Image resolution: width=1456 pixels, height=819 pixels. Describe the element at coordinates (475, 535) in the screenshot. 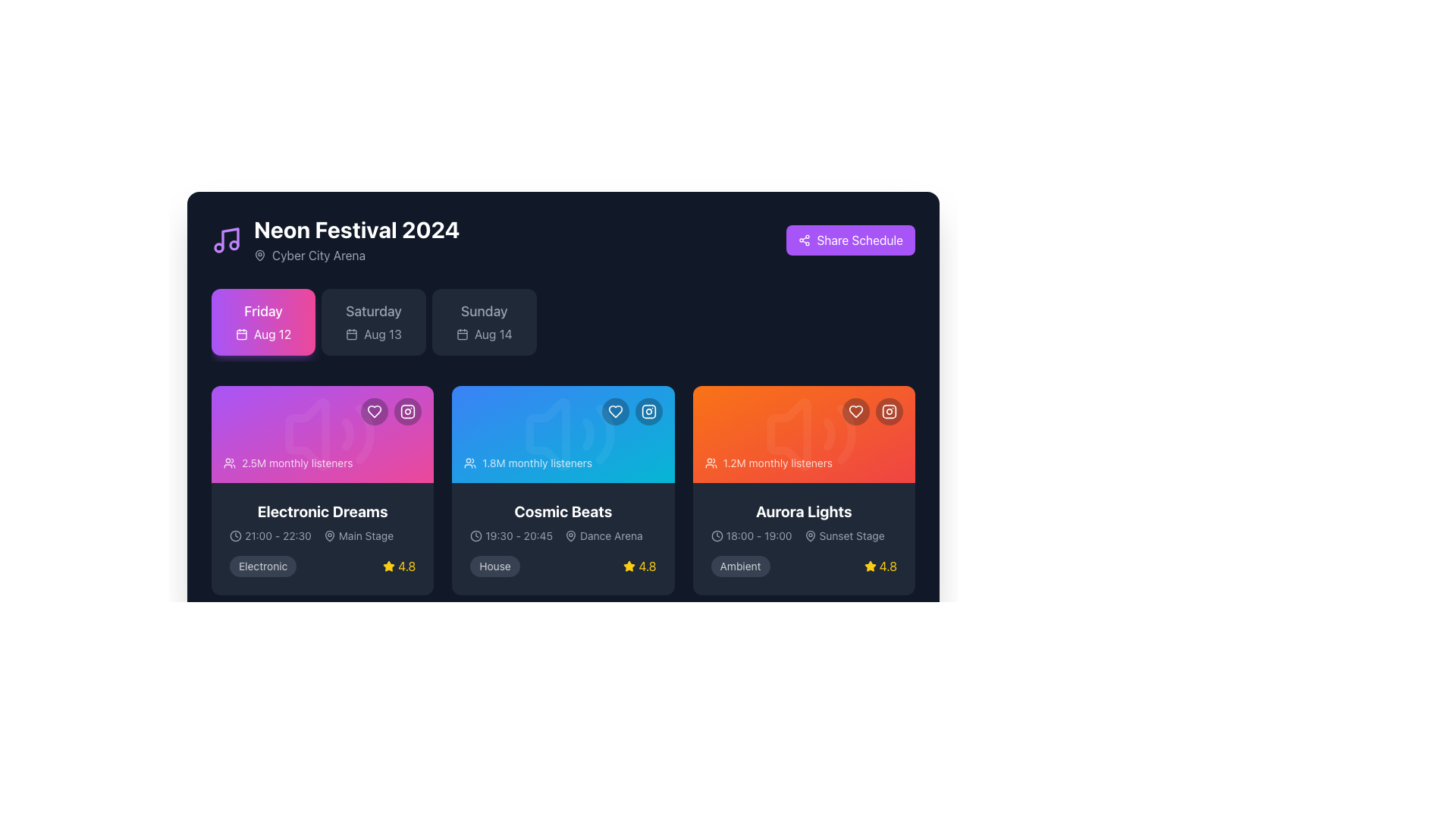

I see `the clock icon located within the 'Cosmic Beats' schedule card, which features a circular outline and hands resembling those of a traditional analog clock` at that location.